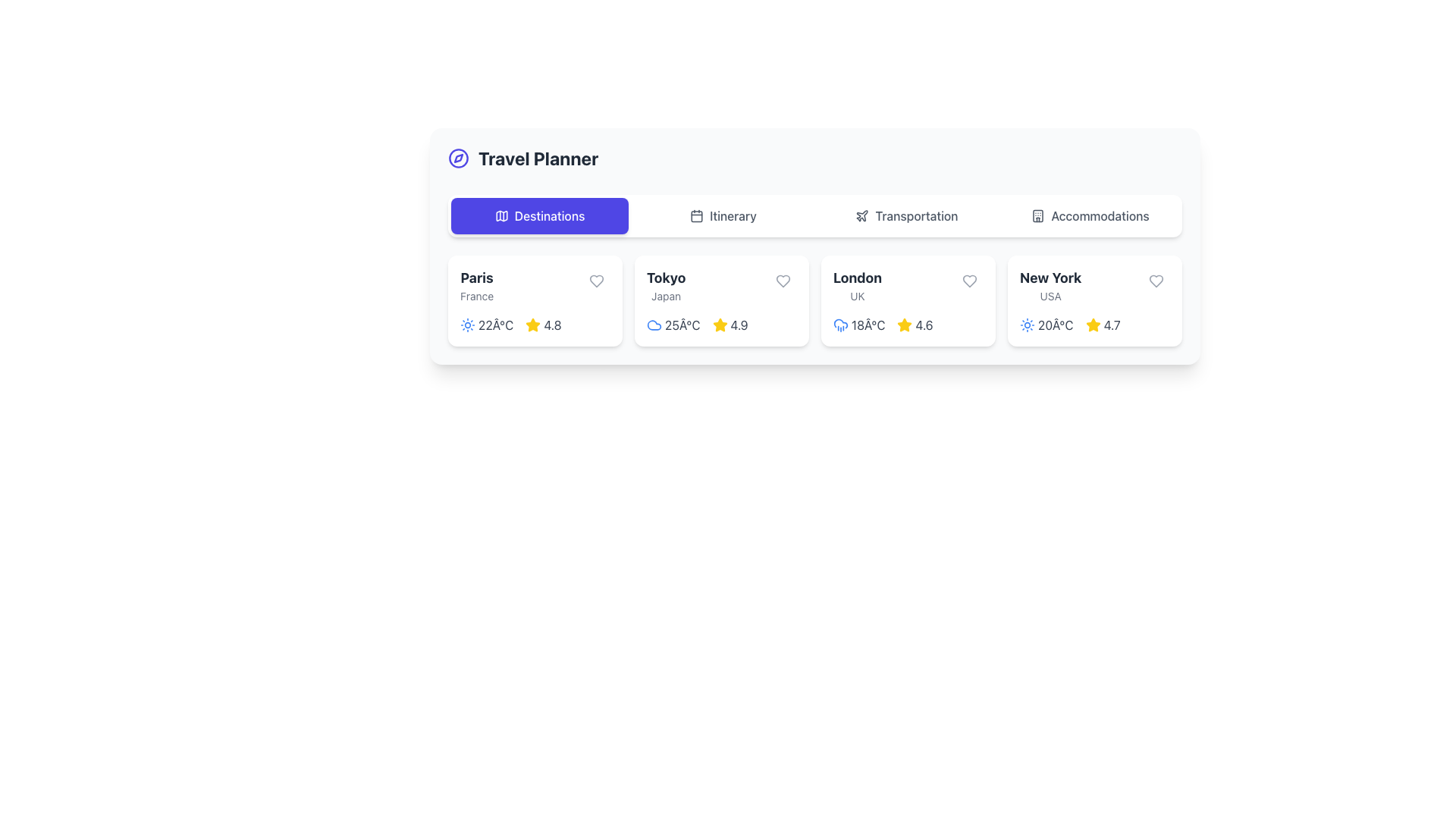  Describe the element at coordinates (730, 324) in the screenshot. I see `the rating indicator element displaying a yellow star icon and the text '4.9' next to 'Tokyo, Japan' below '25°C' in the third card` at that location.